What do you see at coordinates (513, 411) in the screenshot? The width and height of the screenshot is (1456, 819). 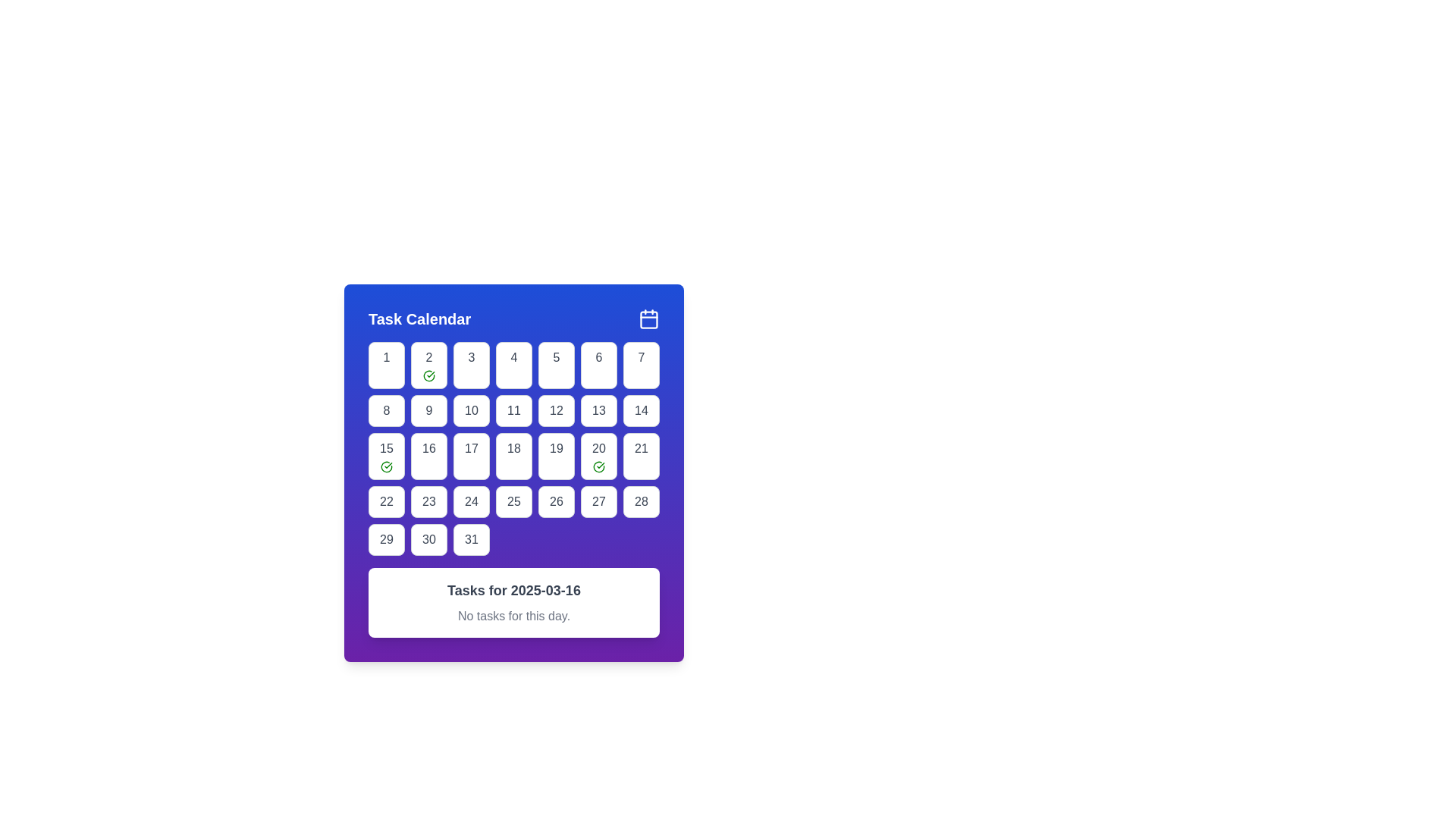 I see `the rectangular button displaying the digit '11', styled with rounded corners and a white background` at bounding box center [513, 411].